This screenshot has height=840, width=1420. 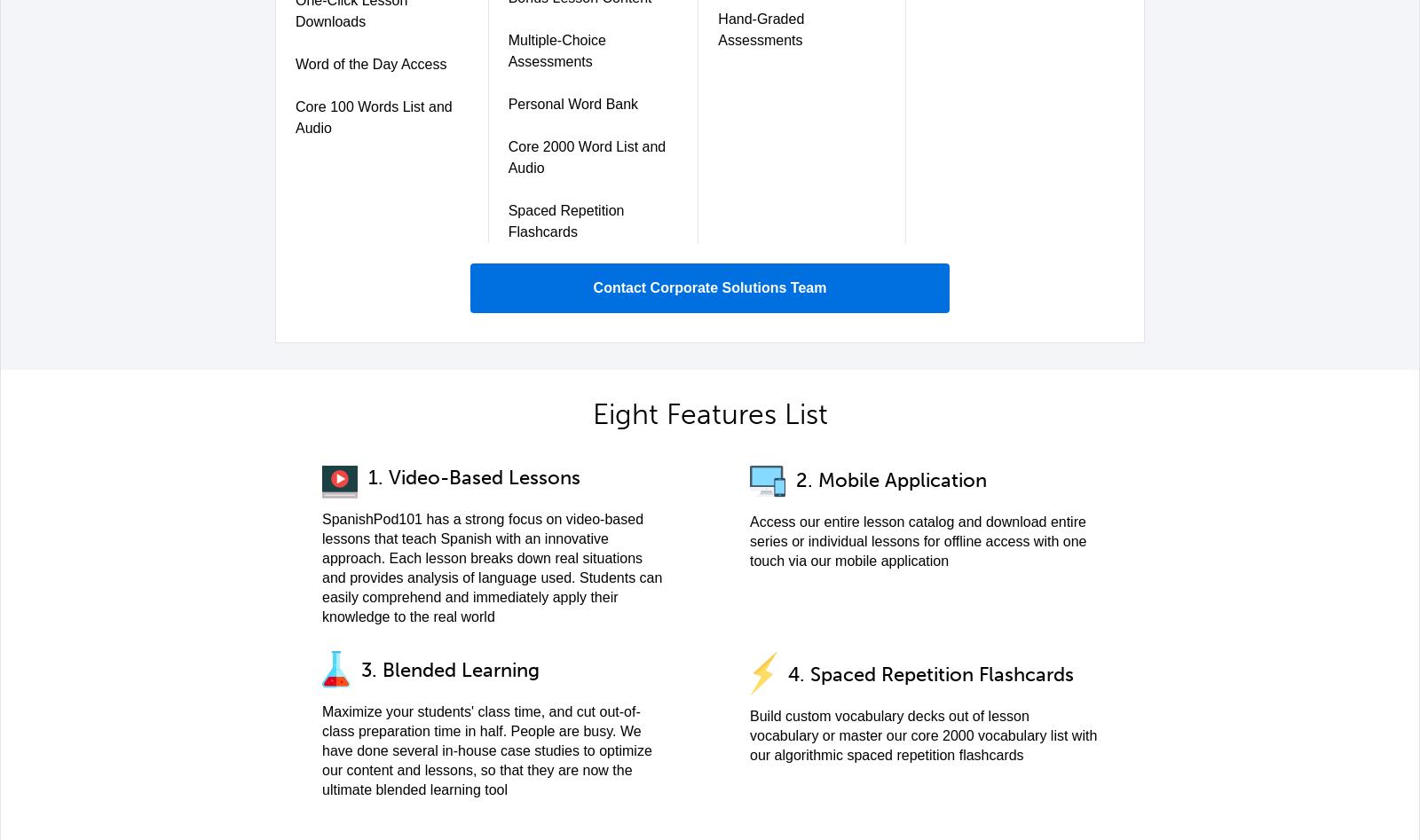 What do you see at coordinates (709, 287) in the screenshot?
I see `'Contact Corporate Solutions Team'` at bounding box center [709, 287].